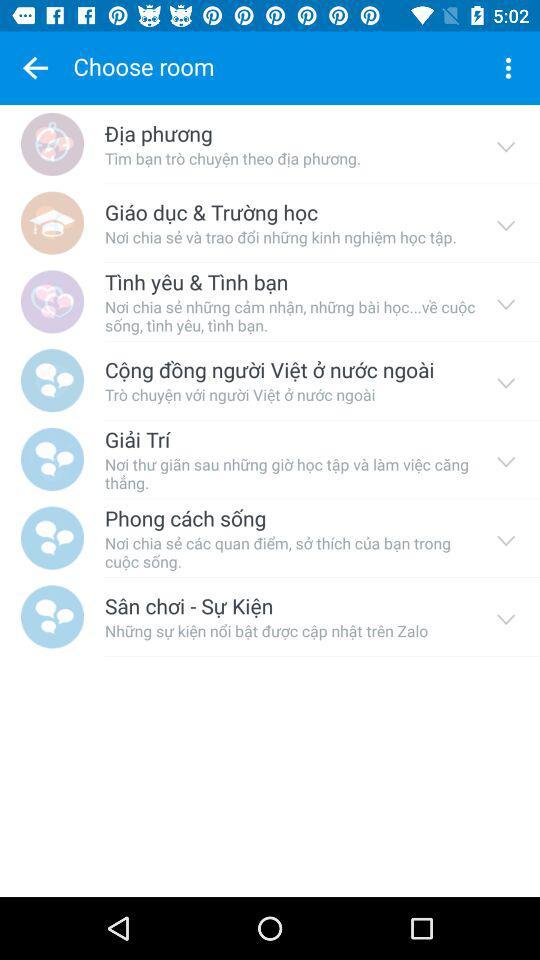  Describe the element at coordinates (35, 68) in the screenshot. I see `to go back` at that location.